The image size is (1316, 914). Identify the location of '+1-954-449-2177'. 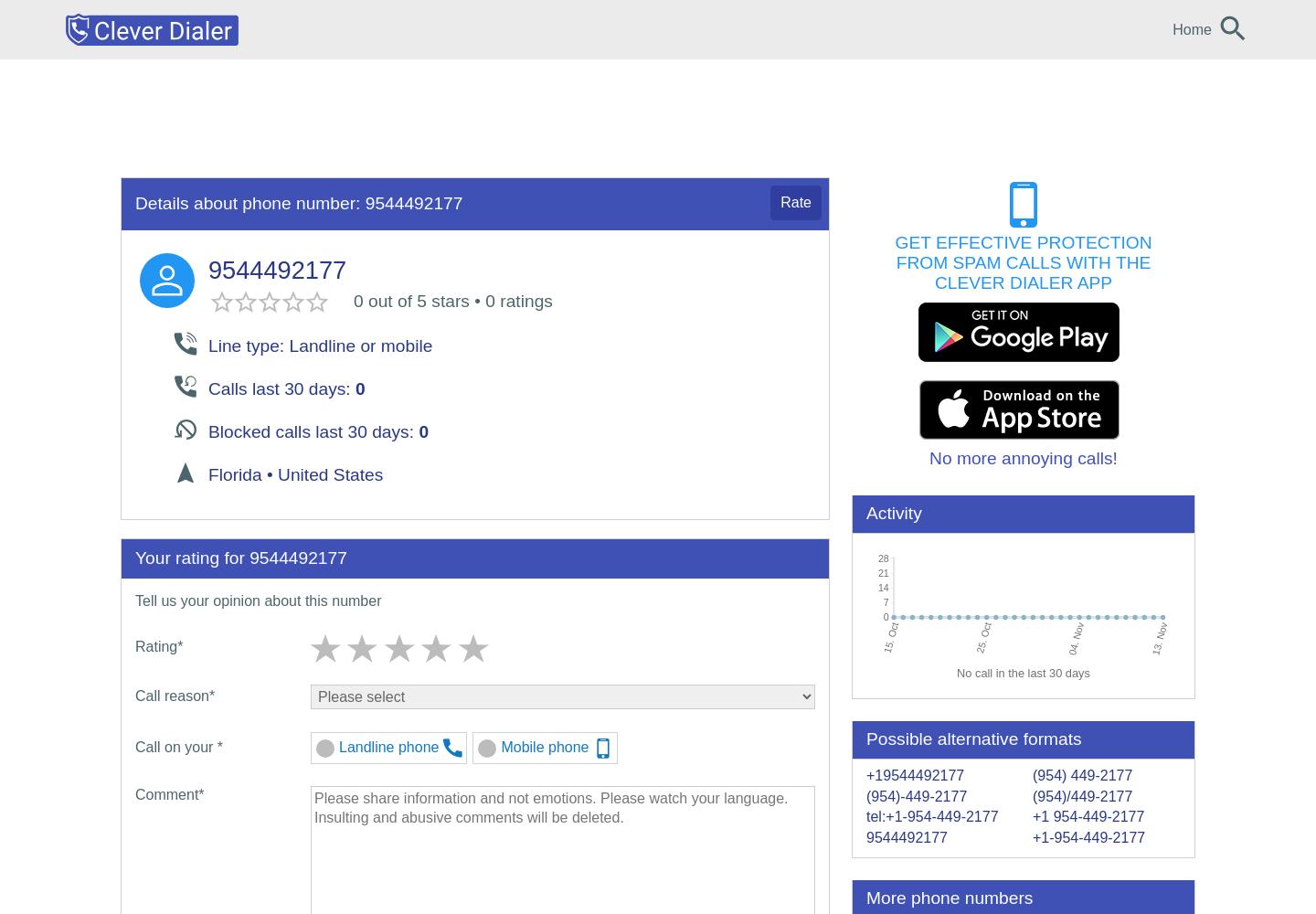
(1031, 837).